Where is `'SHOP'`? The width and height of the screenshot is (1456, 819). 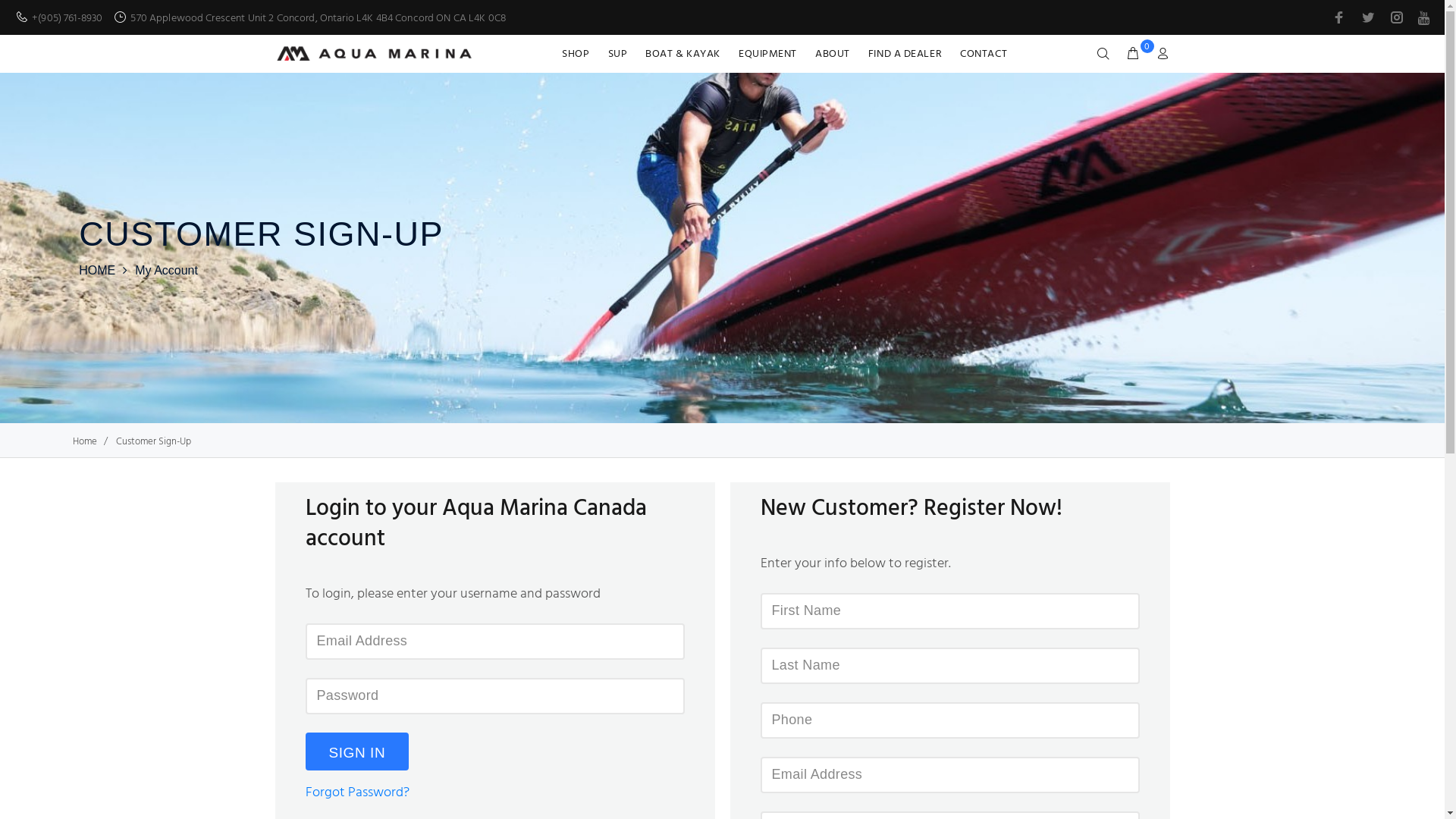 'SHOP' is located at coordinates (579, 52).